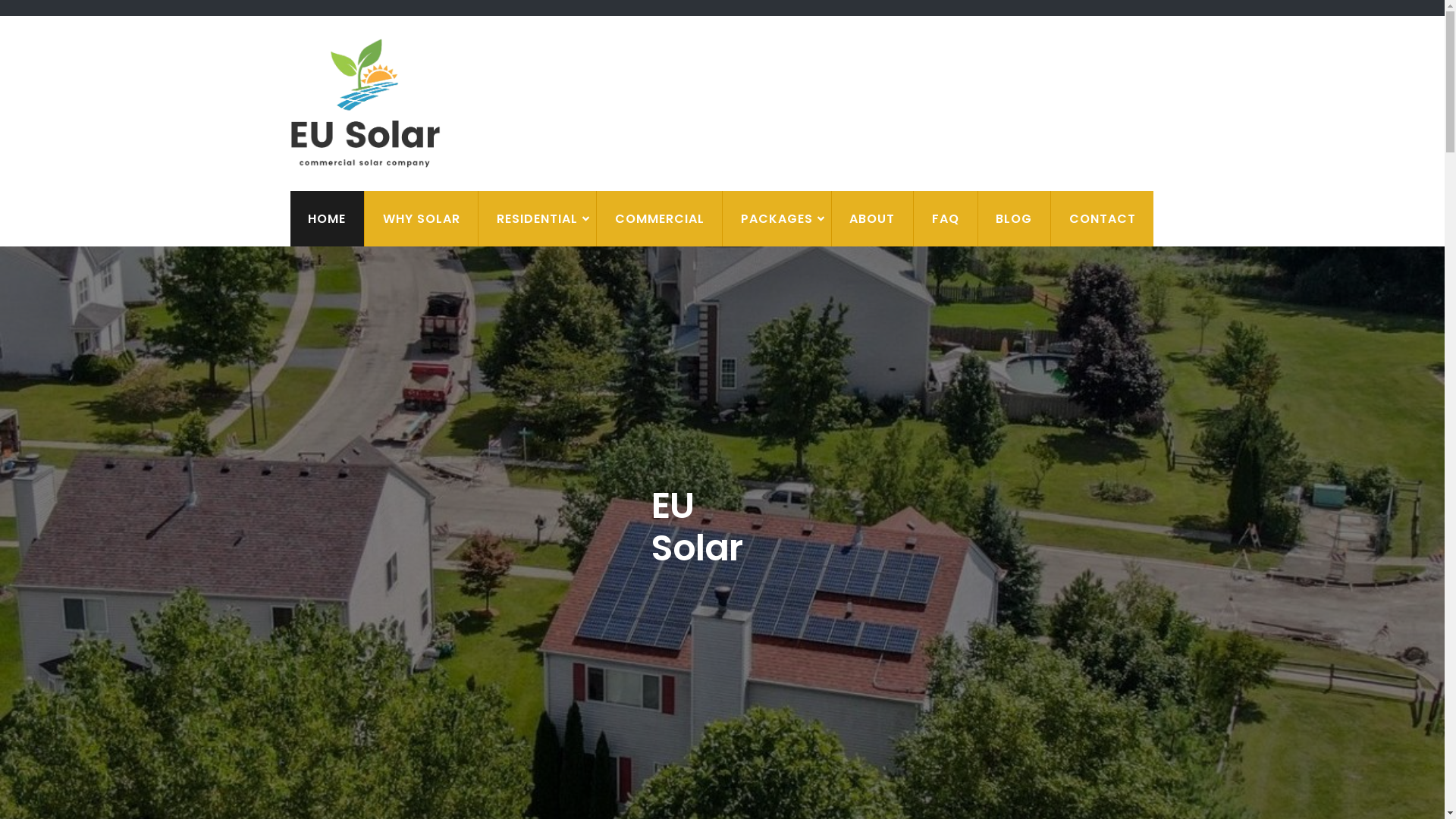  Describe the element at coordinates (537, 218) in the screenshot. I see `'RESIDENTIAL'` at that location.